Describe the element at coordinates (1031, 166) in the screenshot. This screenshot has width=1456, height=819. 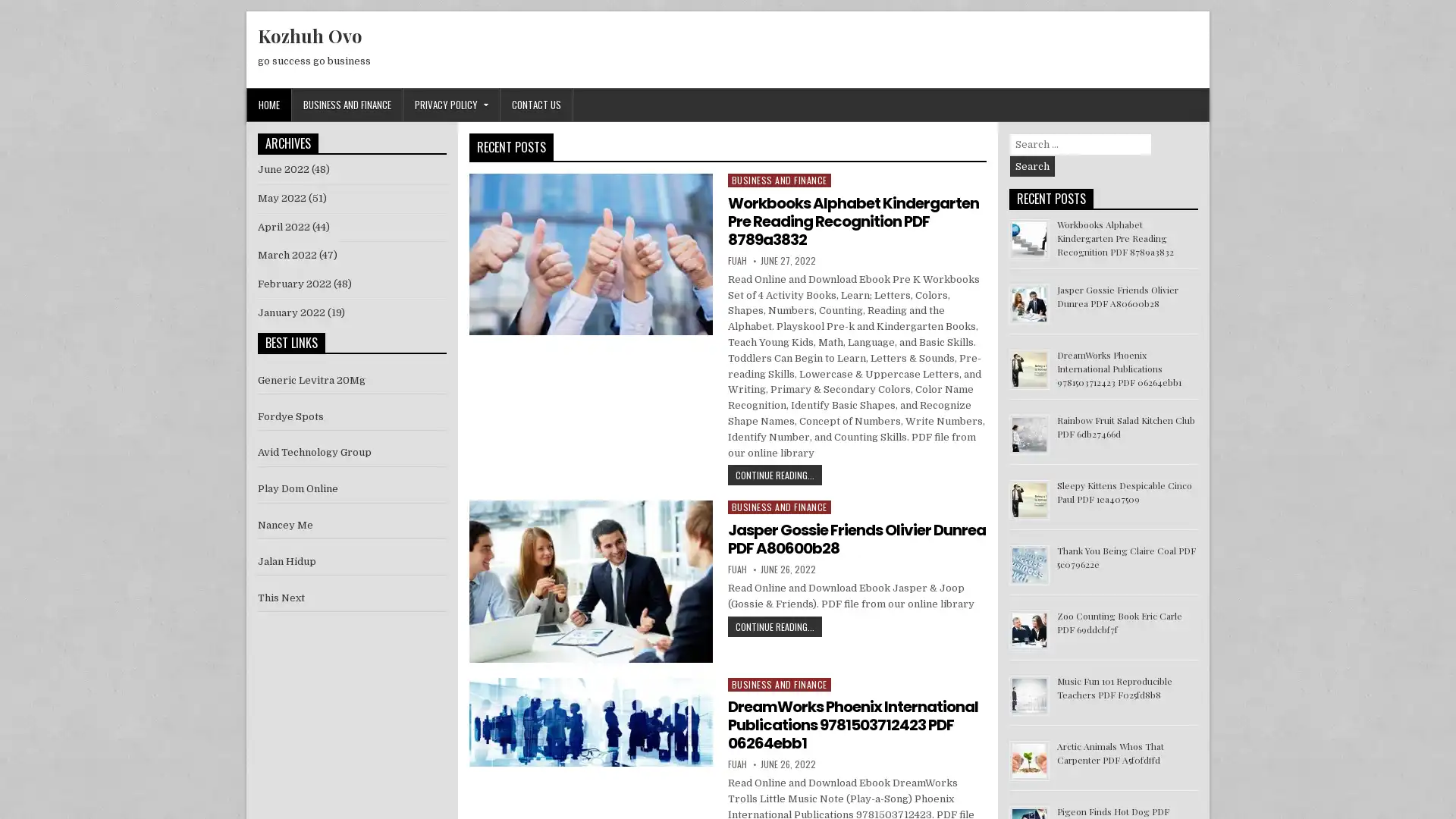
I see `Search` at that location.